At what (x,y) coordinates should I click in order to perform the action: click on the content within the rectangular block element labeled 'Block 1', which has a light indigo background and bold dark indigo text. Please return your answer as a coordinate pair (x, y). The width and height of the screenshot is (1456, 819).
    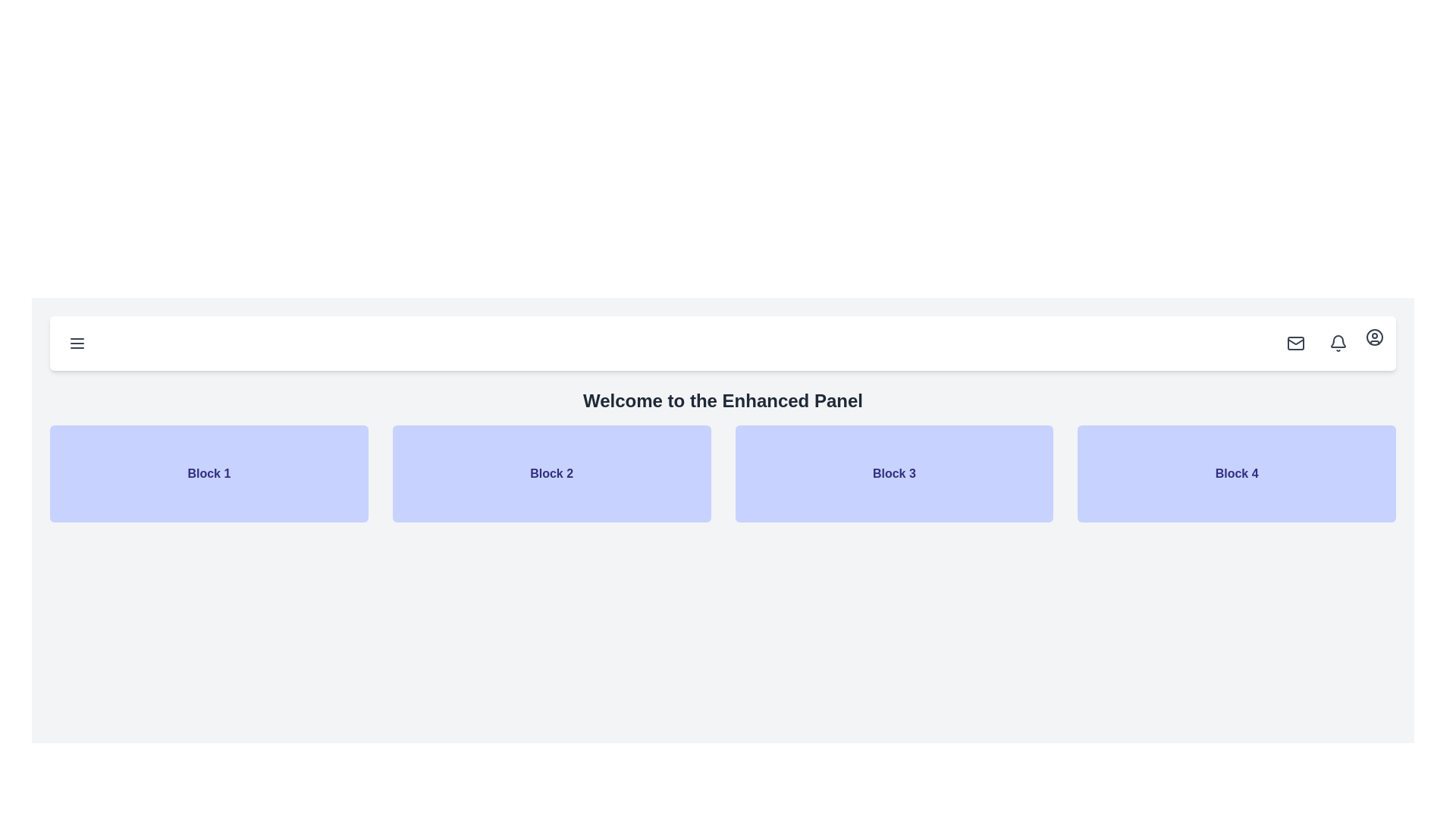
    Looking at the image, I should click on (208, 472).